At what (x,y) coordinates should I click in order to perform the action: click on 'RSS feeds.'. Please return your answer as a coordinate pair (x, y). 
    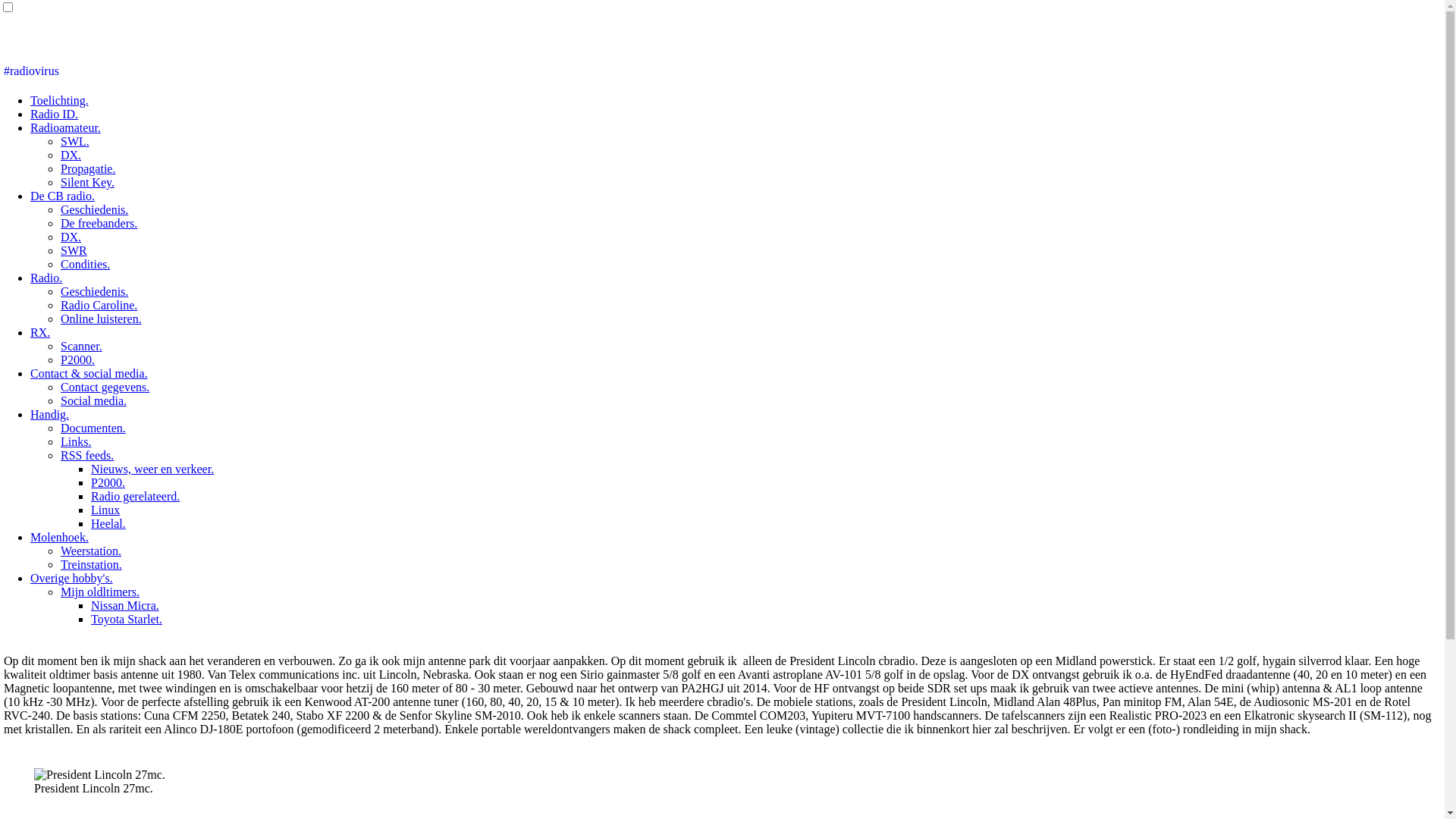
    Looking at the image, I should click on (86, 454).